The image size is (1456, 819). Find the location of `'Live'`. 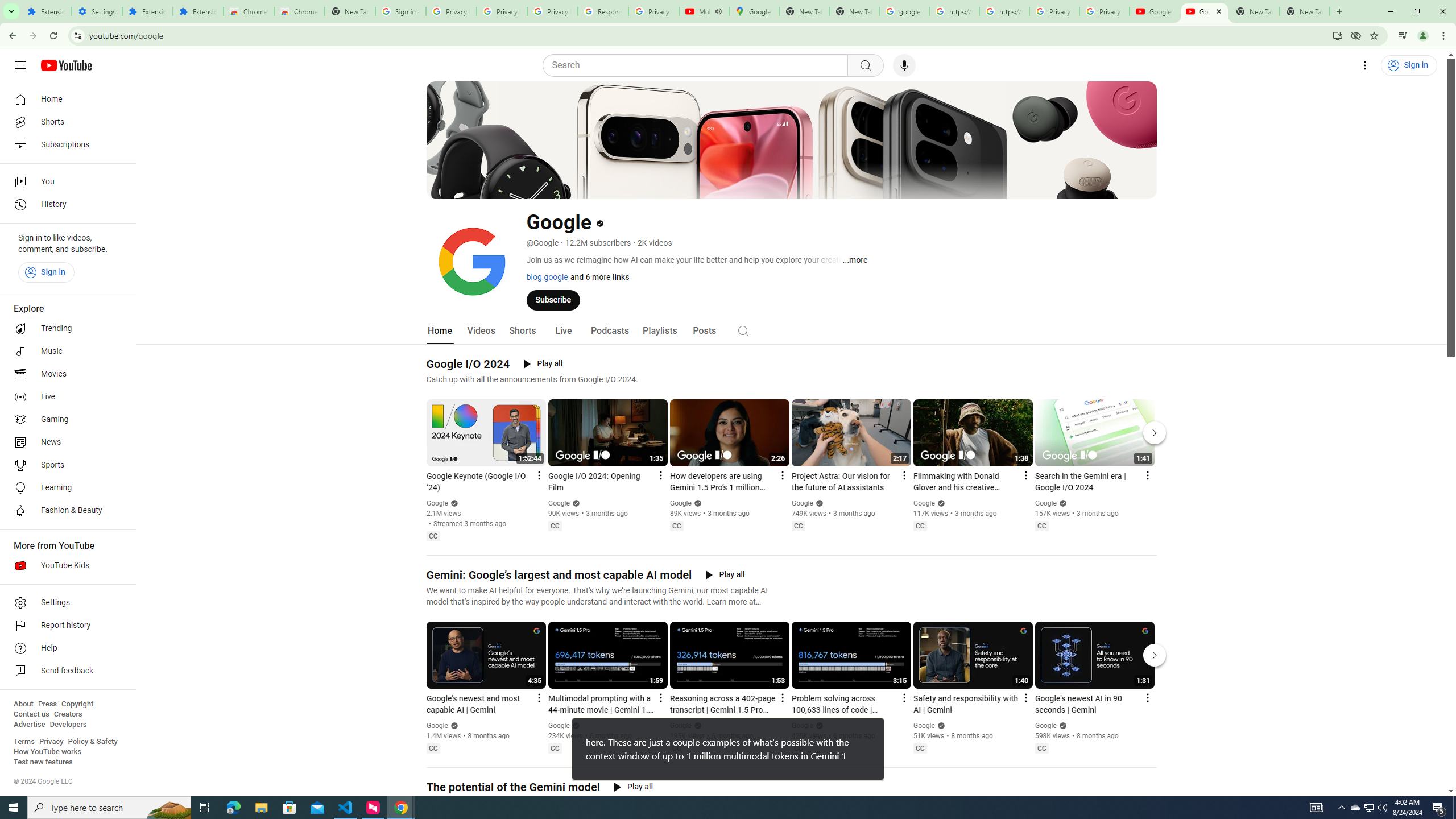

'Live' is located at coordinates (562, 330).